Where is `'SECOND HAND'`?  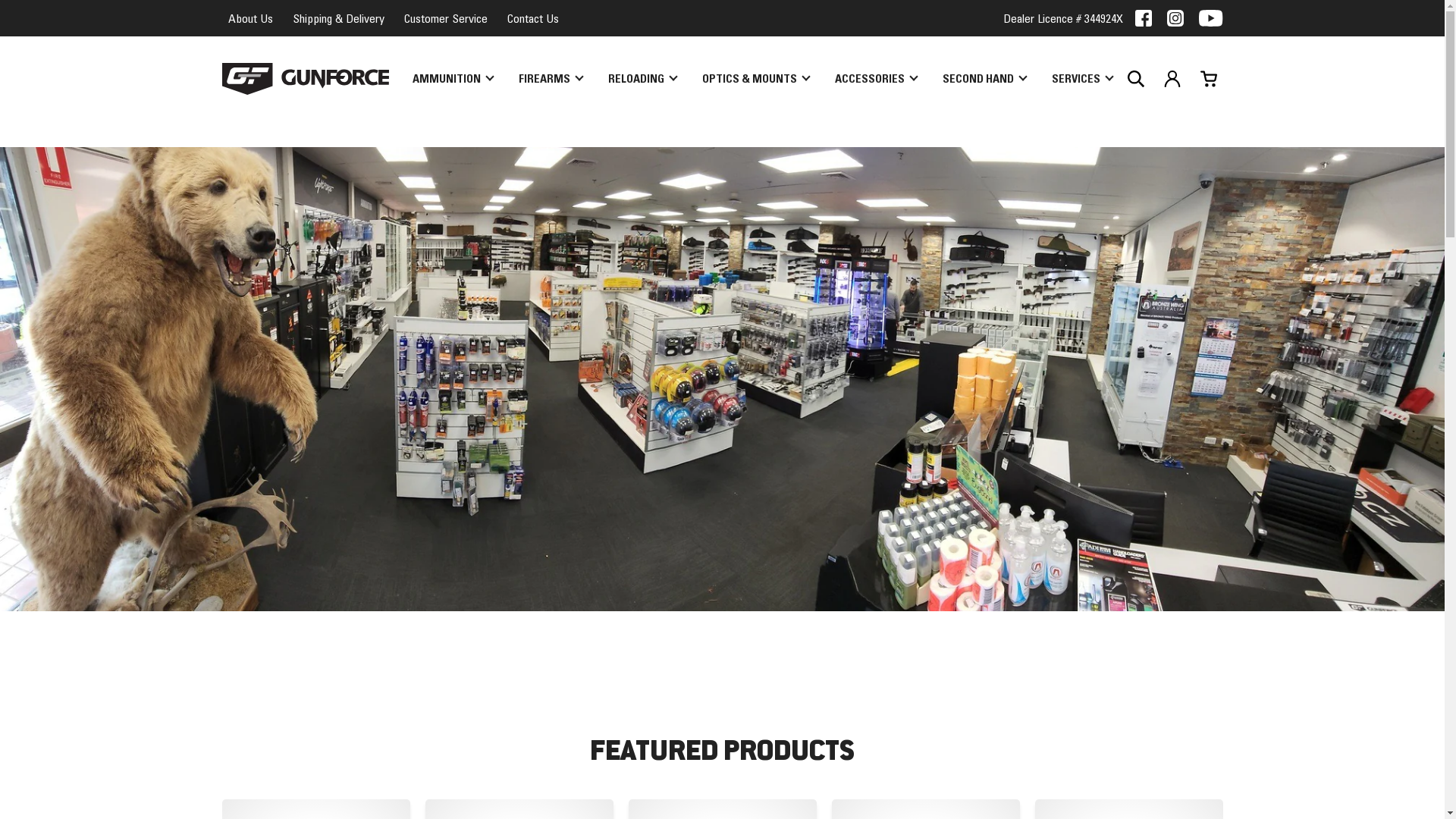
'SECOND HAND' is located at coordinates (983, 79).